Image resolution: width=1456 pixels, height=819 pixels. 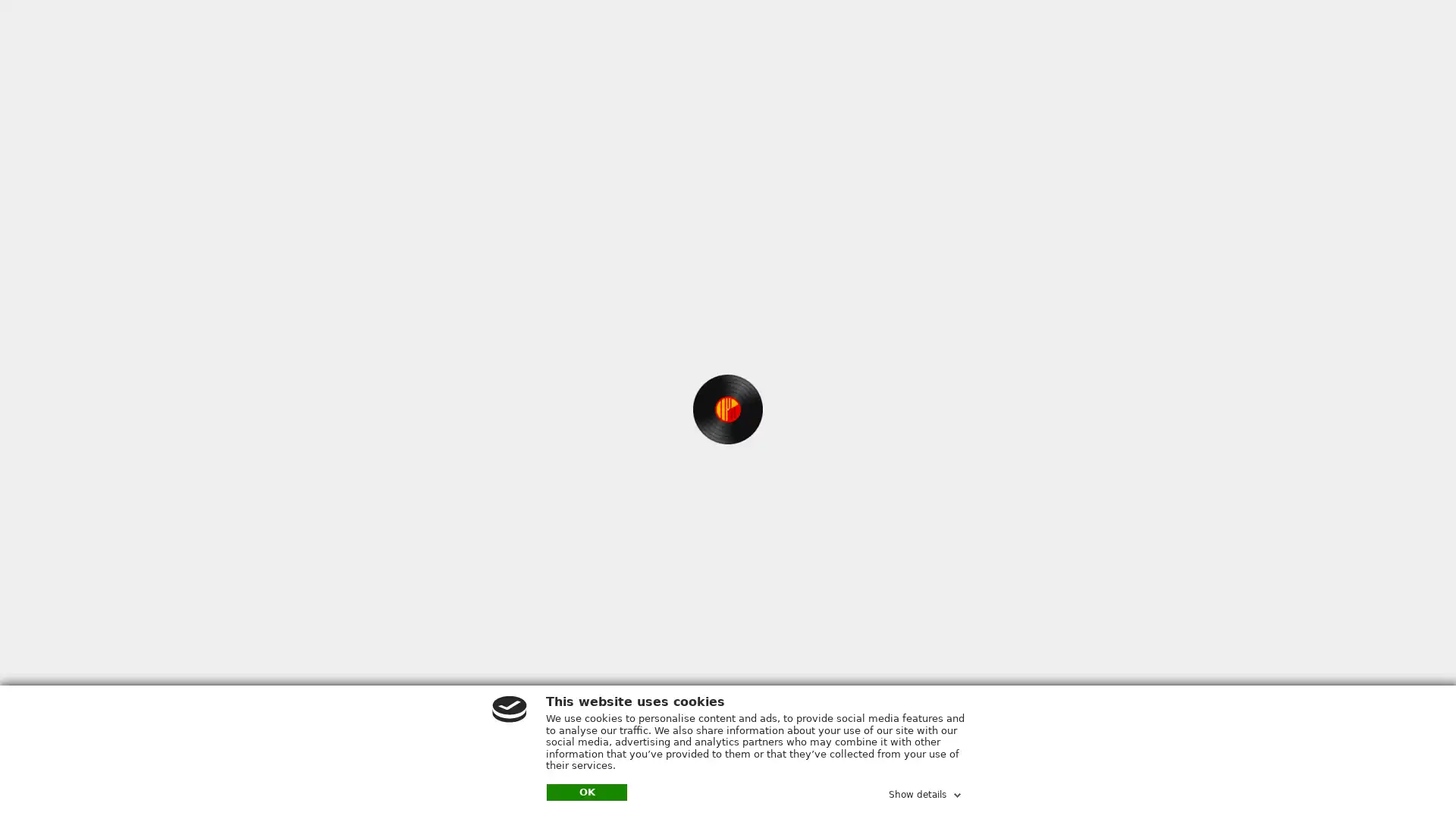 What do you see at coordinates (659, 262) in the screenshot?
I see `add to cart` at bounding box center [659, 262].